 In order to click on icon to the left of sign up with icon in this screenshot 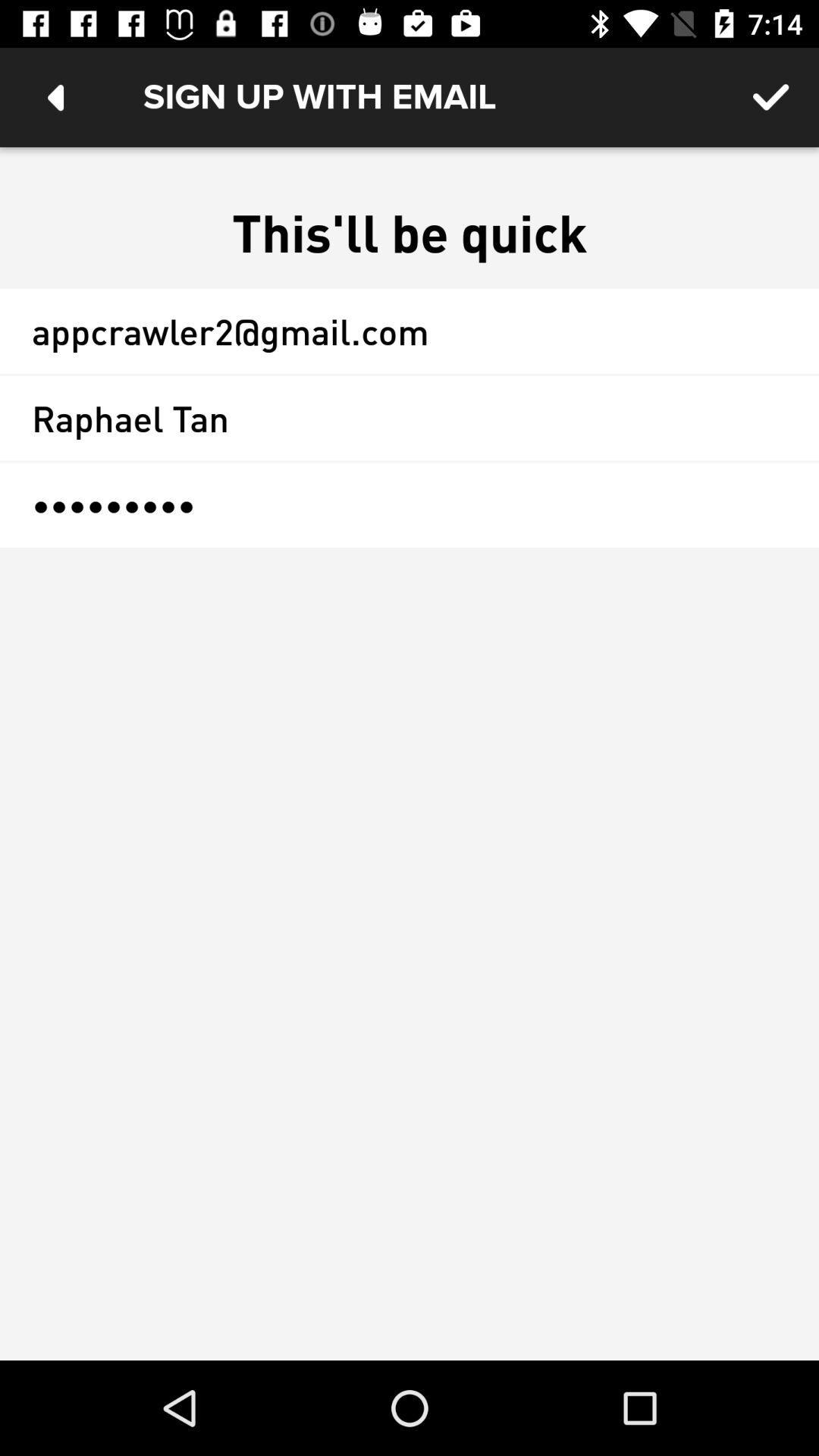, I will do `click(55, 96)`.